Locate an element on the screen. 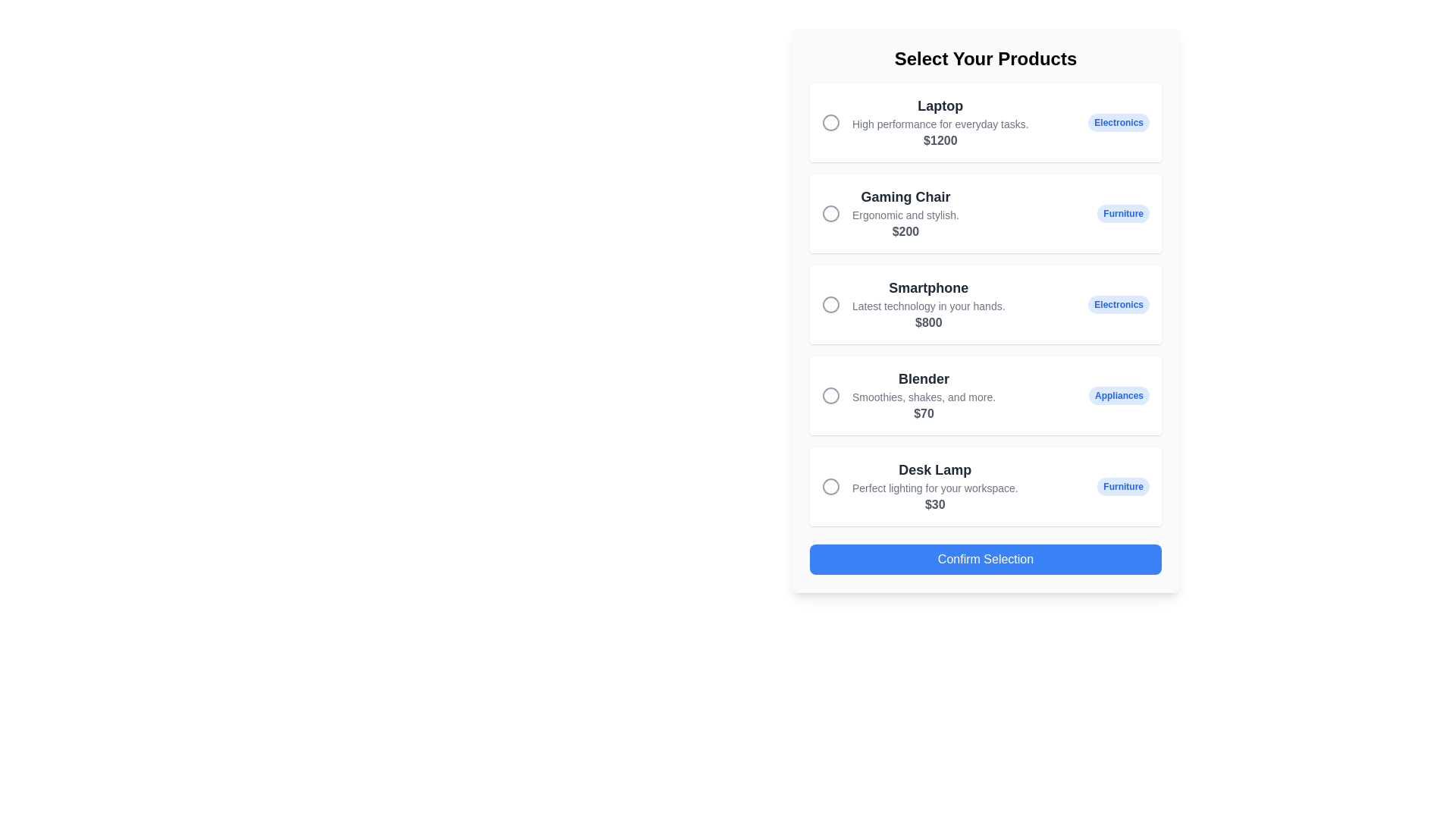 Image resolution: width=1456 pixels, height=819 pixels. the label indicating the category 'Appliances' which is styled with a rounded background and blue text, located in the fourth item of the list associated with the product 'Blender' is located at coordinates (1119, 394).